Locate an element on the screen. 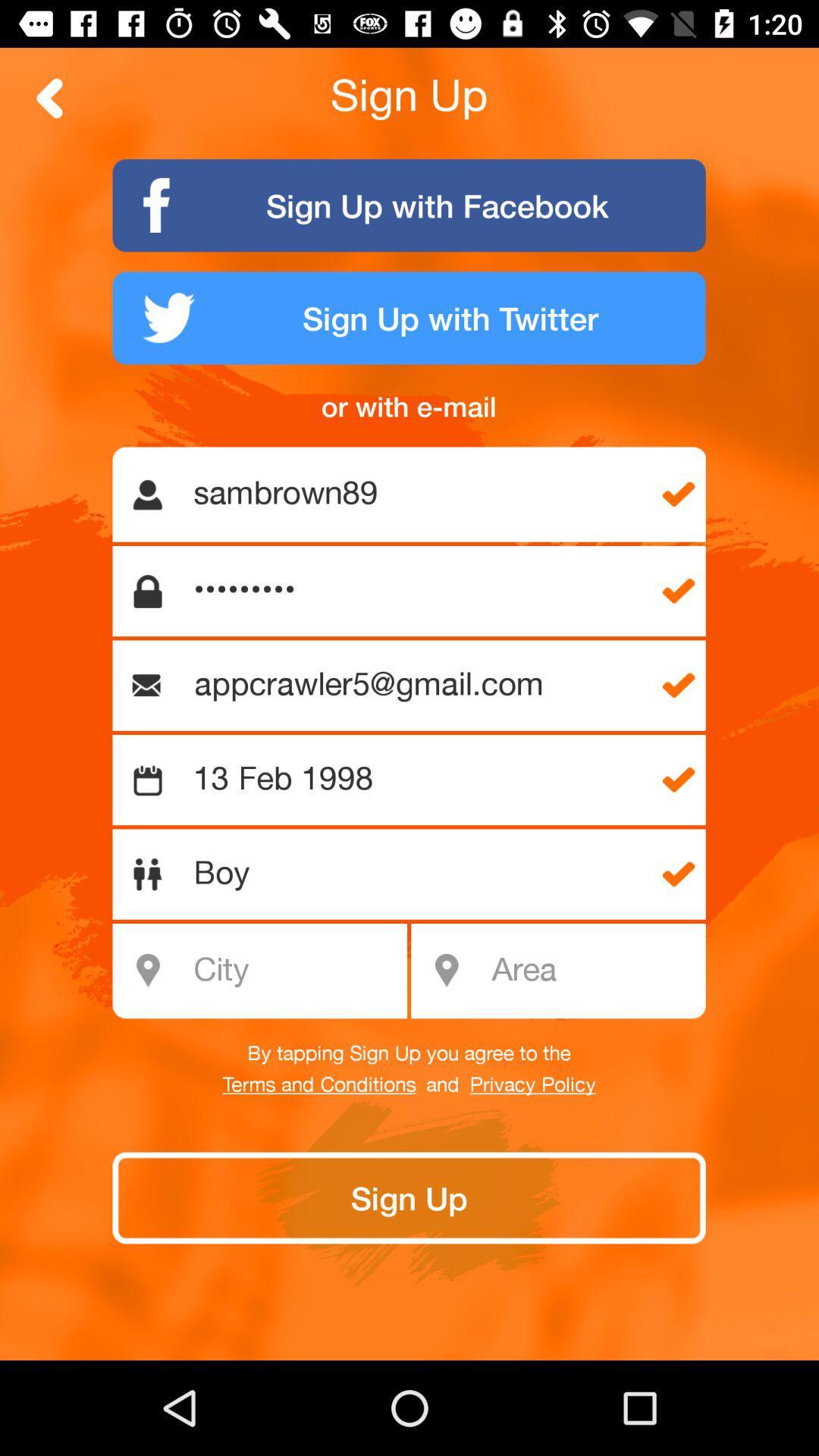  icon to the left of the and icon is located at coordinates (318, 1084).